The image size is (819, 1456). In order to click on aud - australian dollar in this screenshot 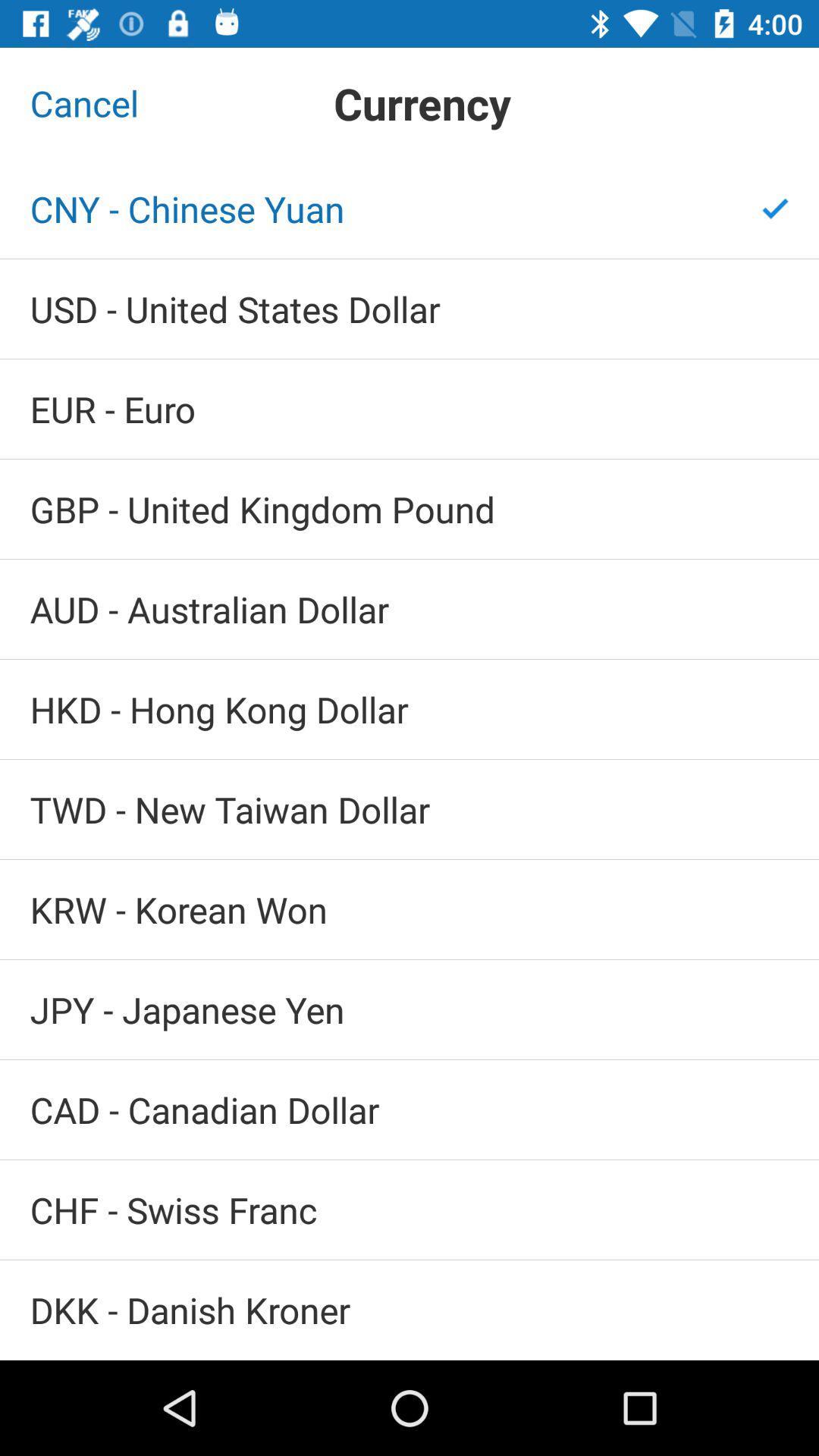, I will do `click(409, 609)`.